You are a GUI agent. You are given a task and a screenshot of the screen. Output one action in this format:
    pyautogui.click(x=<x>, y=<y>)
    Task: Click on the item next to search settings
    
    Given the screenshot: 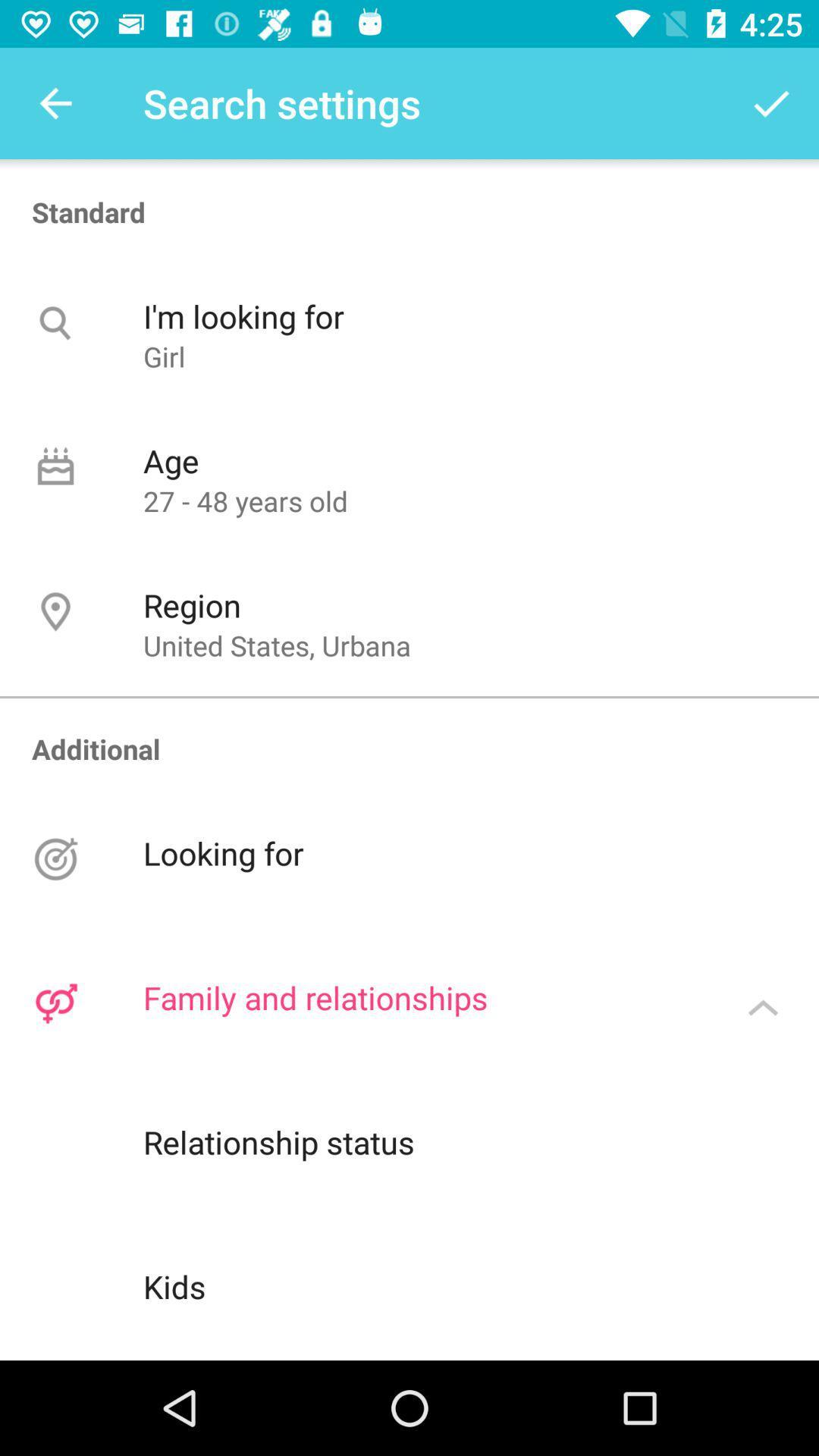 What is the action you would take?
    pyautogui.click(x=55, y=102)
    